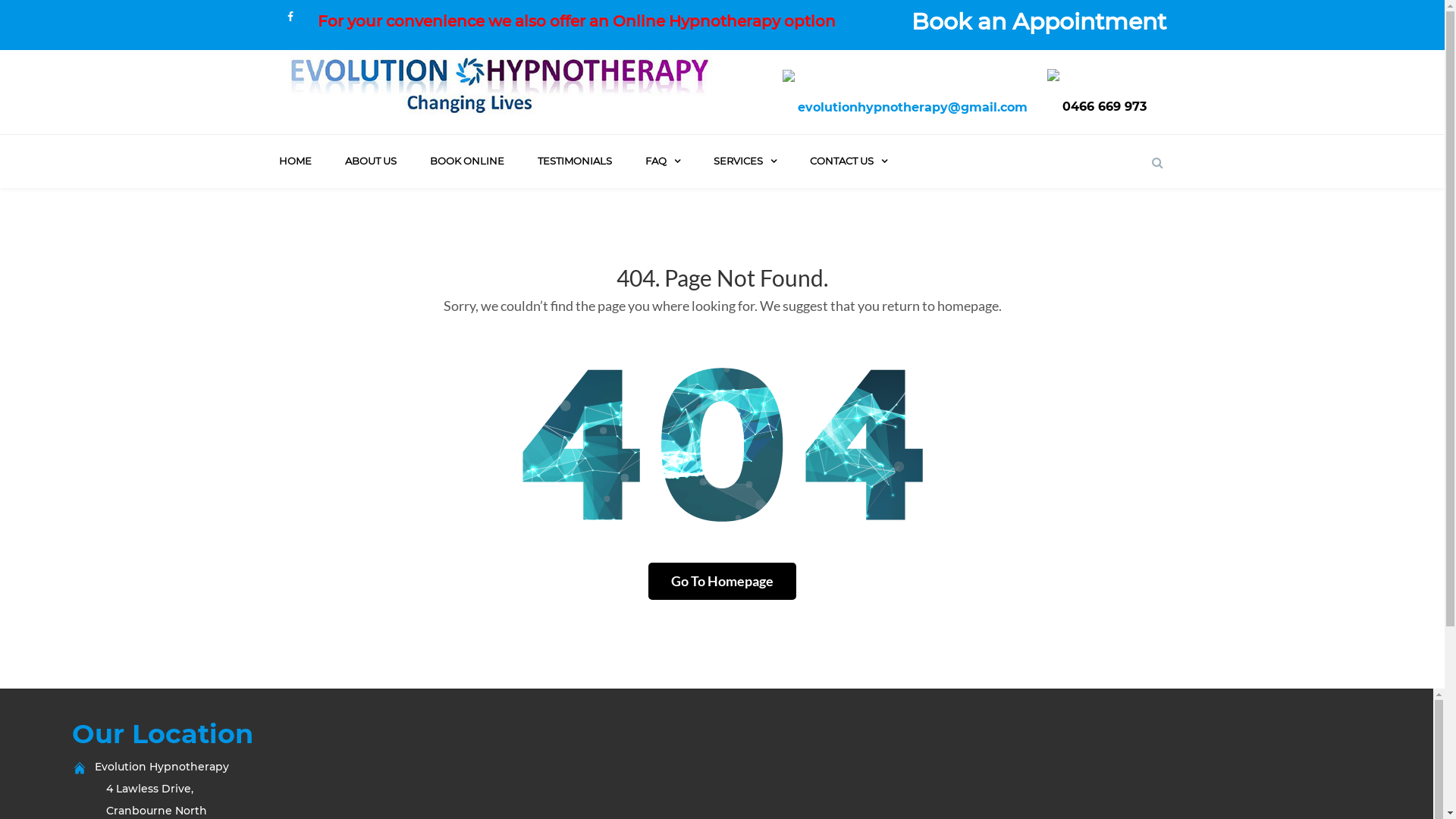 Image resolution: width=1456 pixels, height=819 pixels. Describe the element at coordinates (721, 580) in the screenshot. I see `'Go To Homepage'` at that location.